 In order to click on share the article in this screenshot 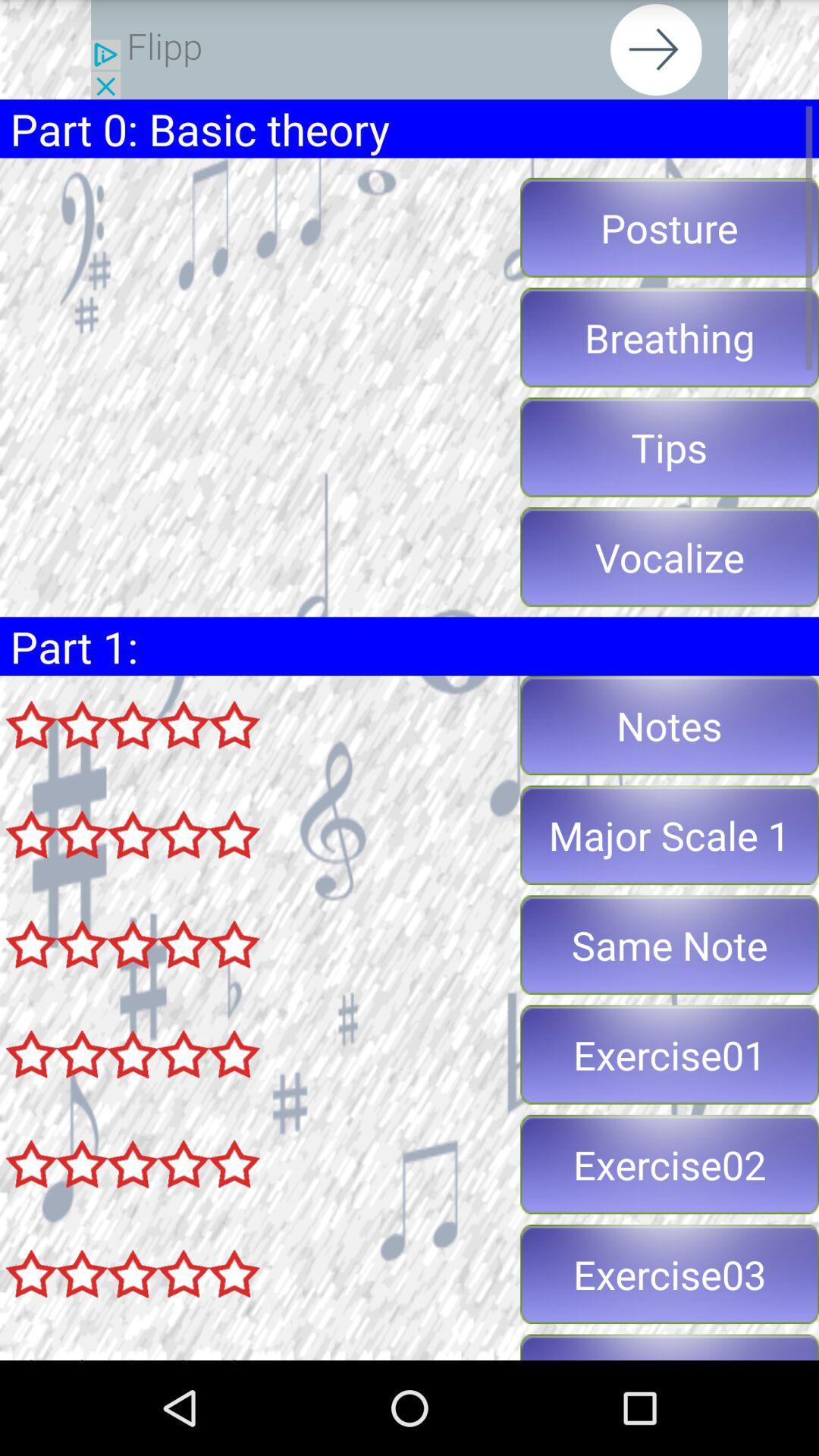, I will do `click(409, 49)`.